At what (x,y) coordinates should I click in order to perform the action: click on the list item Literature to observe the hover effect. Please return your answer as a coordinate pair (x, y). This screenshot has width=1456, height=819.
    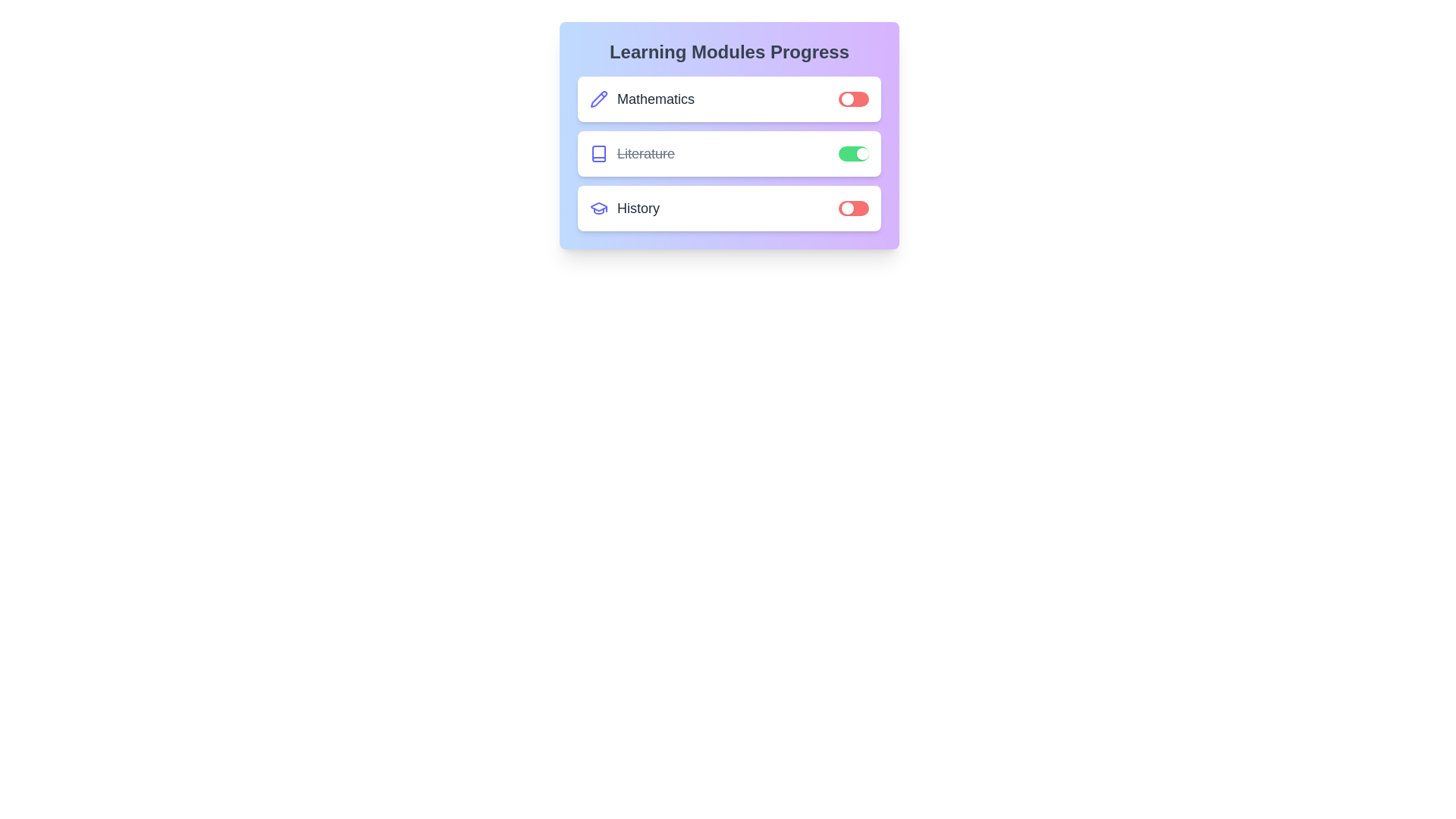
    Looking at the image, I should click on (729, 154).